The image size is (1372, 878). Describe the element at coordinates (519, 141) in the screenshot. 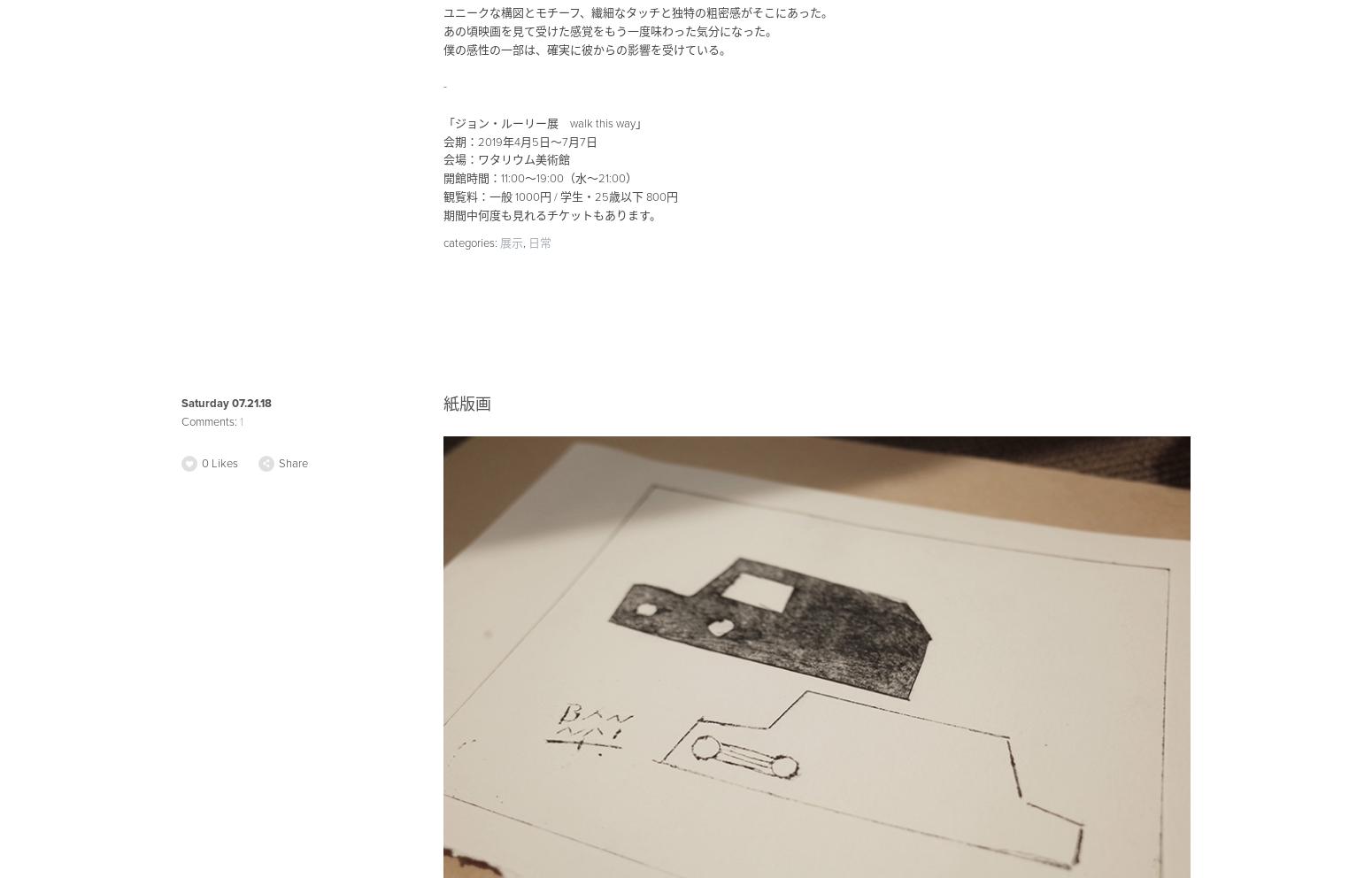

I see `'会期：2019年4月5日～7月7日'` at that location.